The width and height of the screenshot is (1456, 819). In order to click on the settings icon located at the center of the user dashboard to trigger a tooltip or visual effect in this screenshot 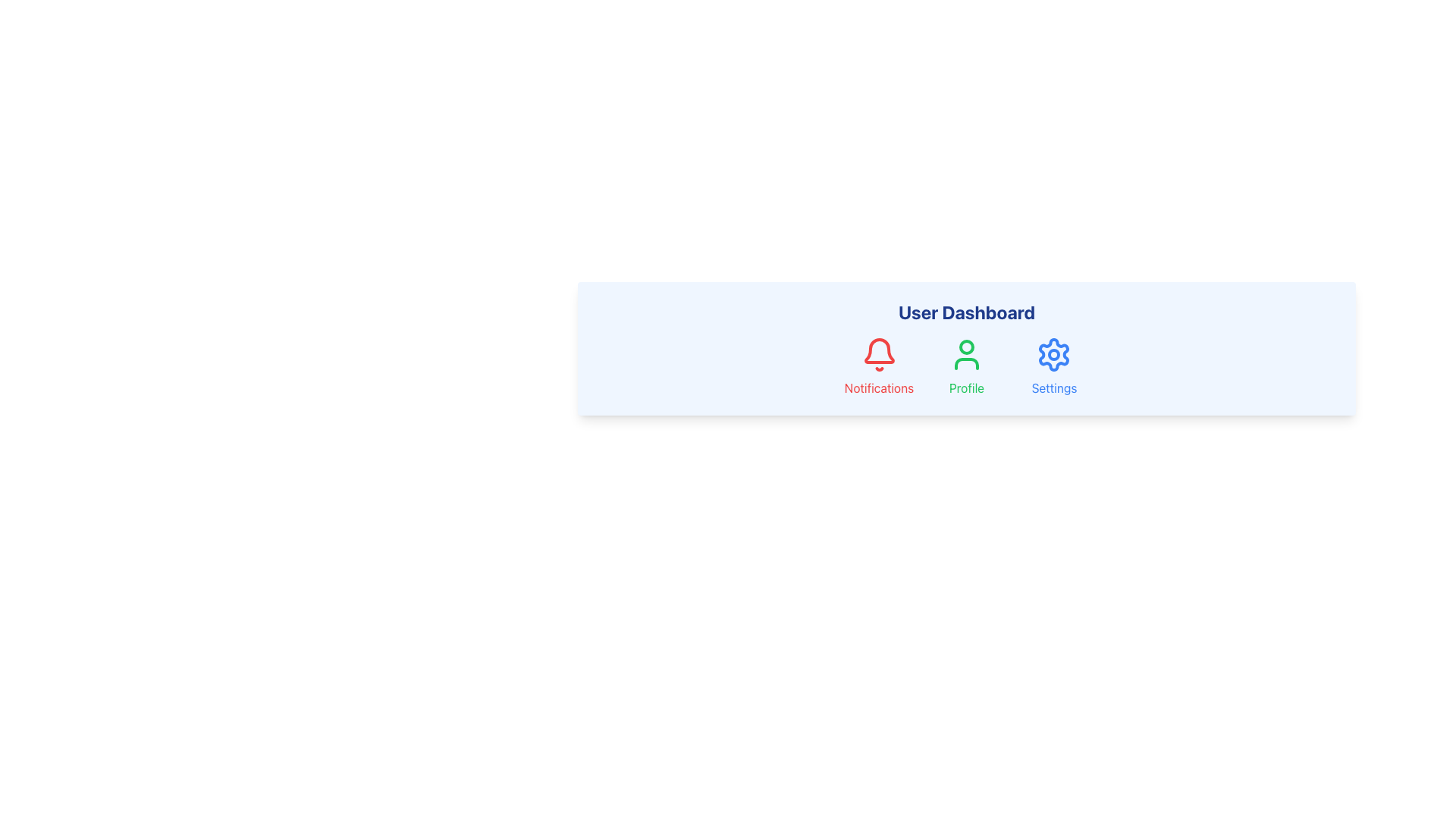, I will do `click(1053, 354)`.